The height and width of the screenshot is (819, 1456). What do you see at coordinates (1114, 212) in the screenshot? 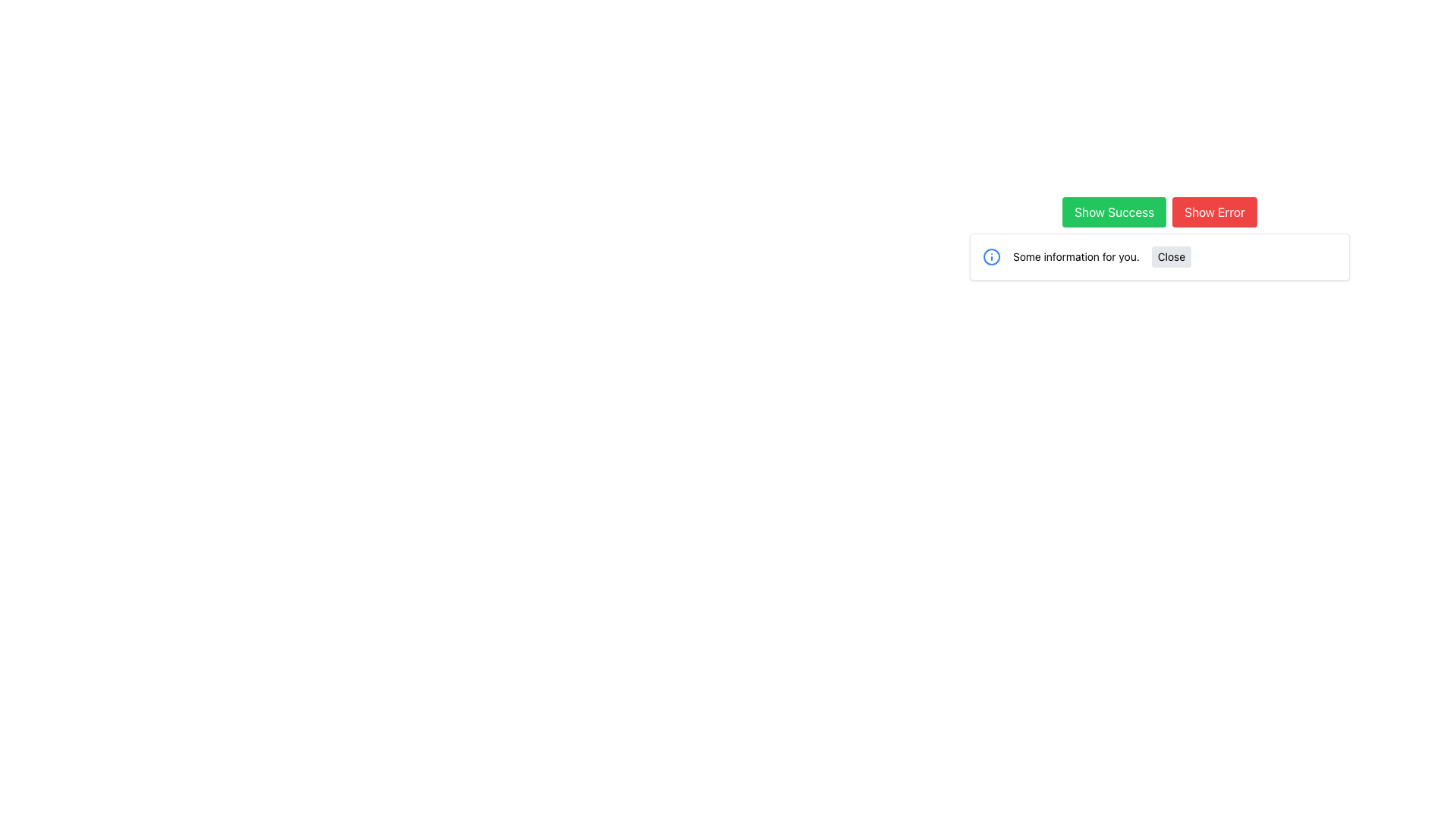
I see `the green rectangular button labeled 'Show Success'` at bounding box center [1114, 212].